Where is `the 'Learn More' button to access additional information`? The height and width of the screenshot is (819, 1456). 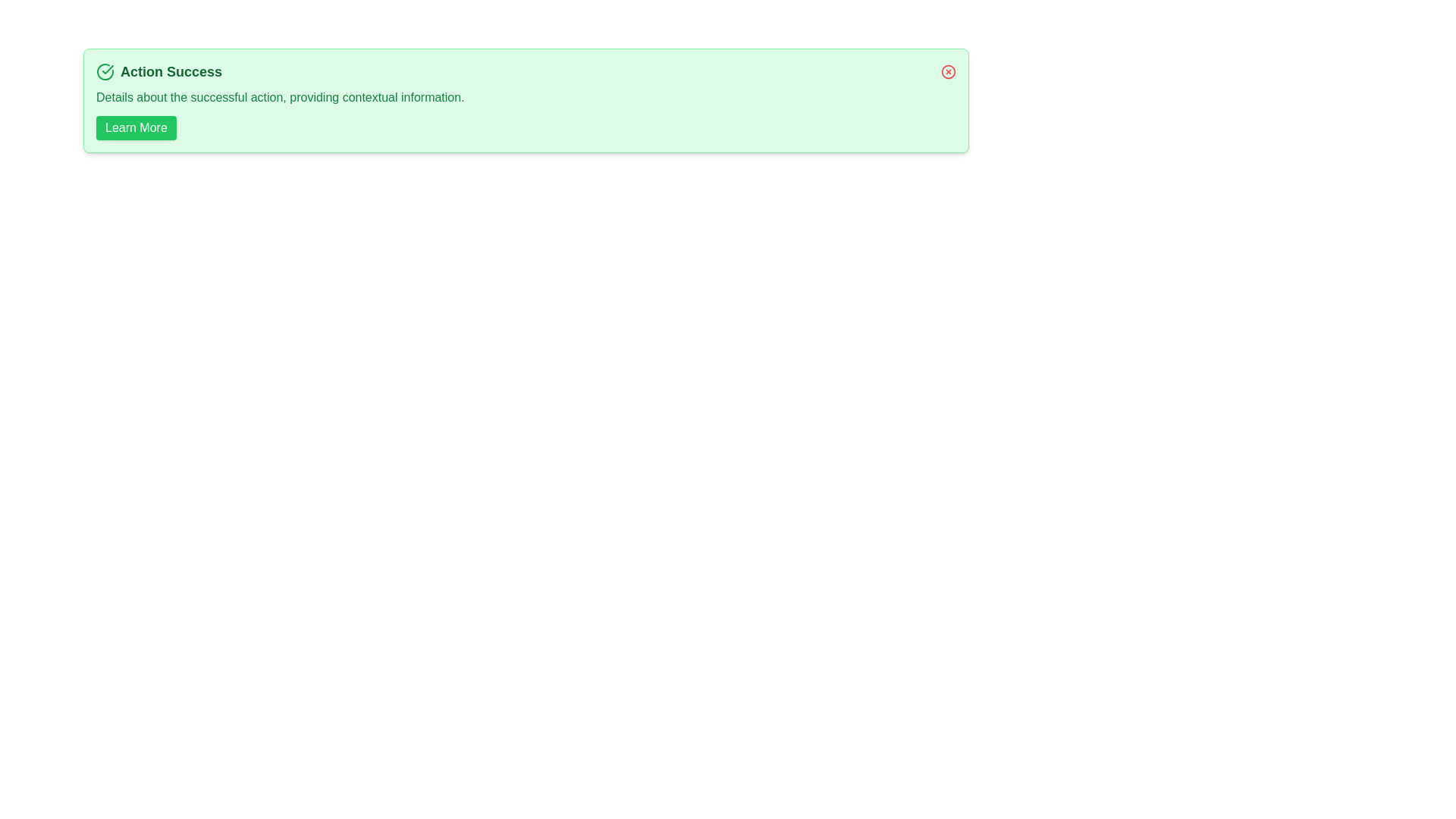 the 'Learn More' button to access additional information is located at coordinates (135, 127).